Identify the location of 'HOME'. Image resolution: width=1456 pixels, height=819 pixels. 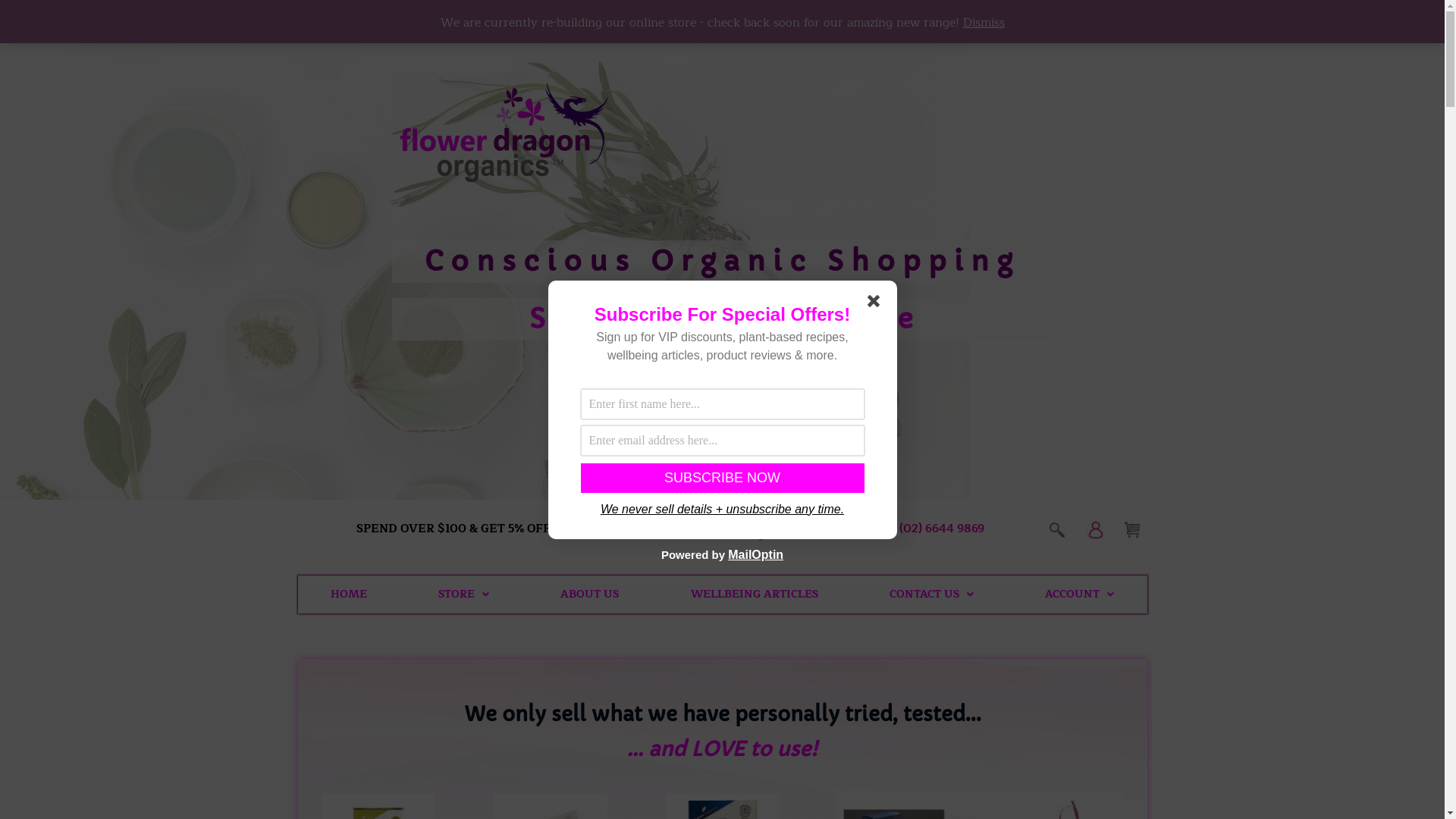
(347, 593).